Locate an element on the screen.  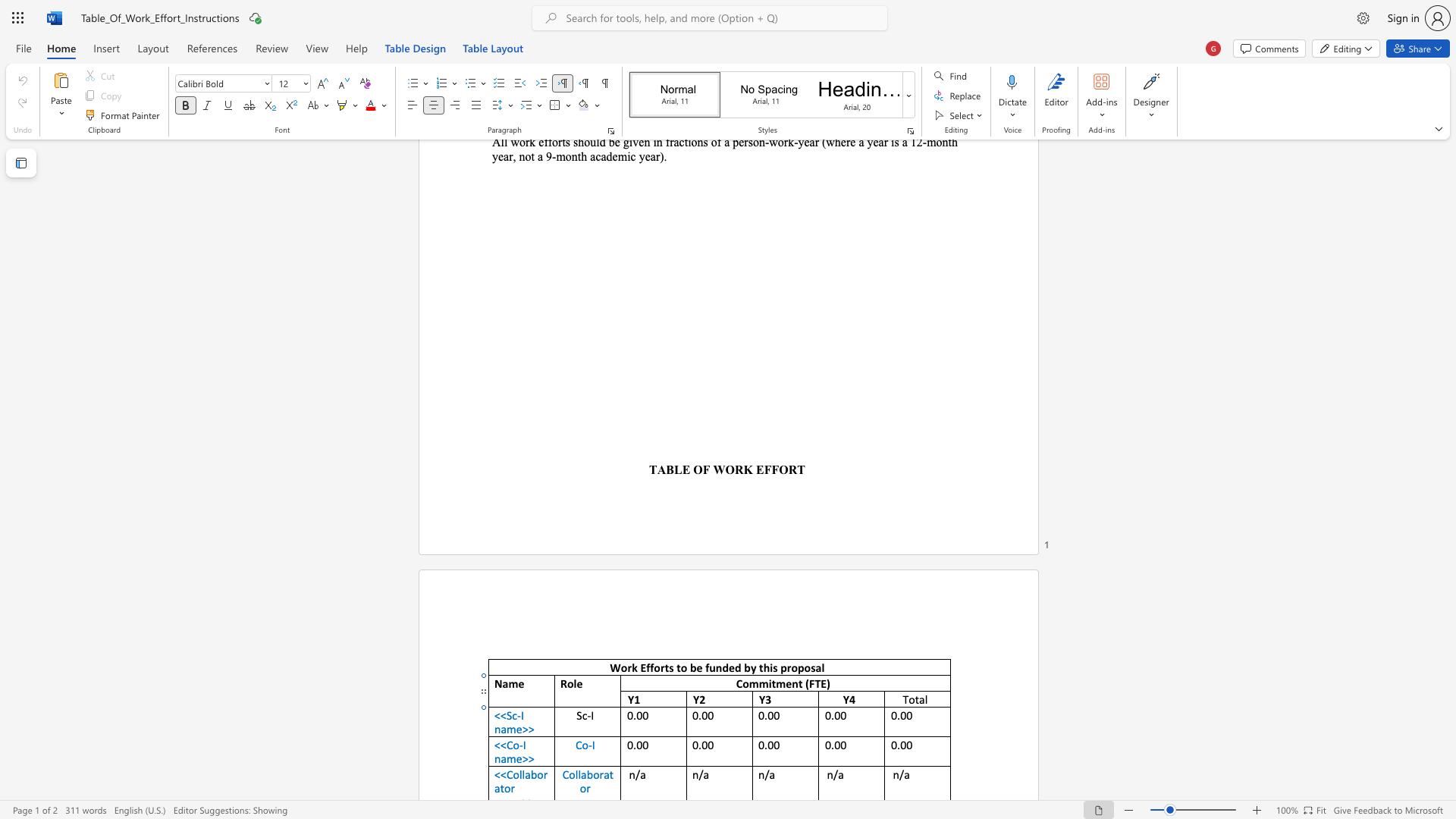
the space between the continuous character "-" and "I" in the text is located at coordinates (522, 744).